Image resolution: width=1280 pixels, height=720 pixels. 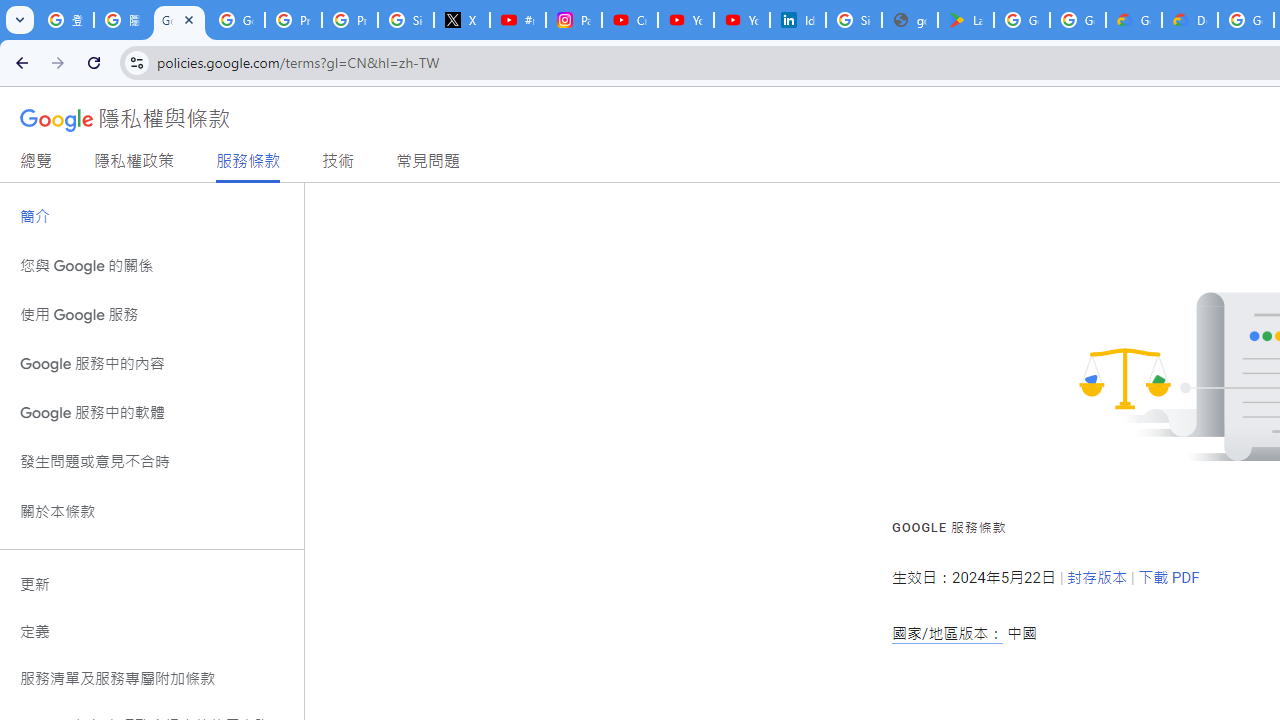 What do you see at coordinates (1076, 20) in the screenshot?
I see `'Google Workspace - Specific Terms'` at bounding box center [1076, 20].